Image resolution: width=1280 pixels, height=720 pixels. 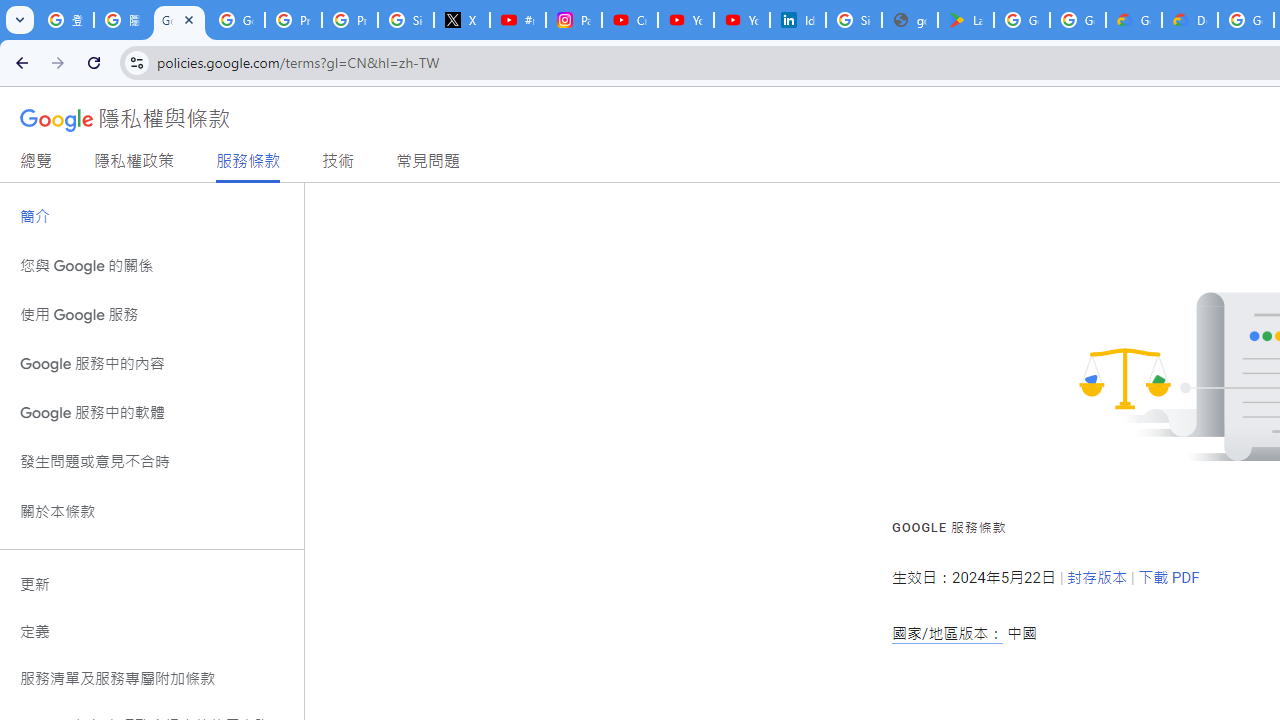 What do you see at coordinates (1076, 20) in the screenshot?
I see `'Google Workspace - Specific Terms'` at bounding box center [1076, 20].